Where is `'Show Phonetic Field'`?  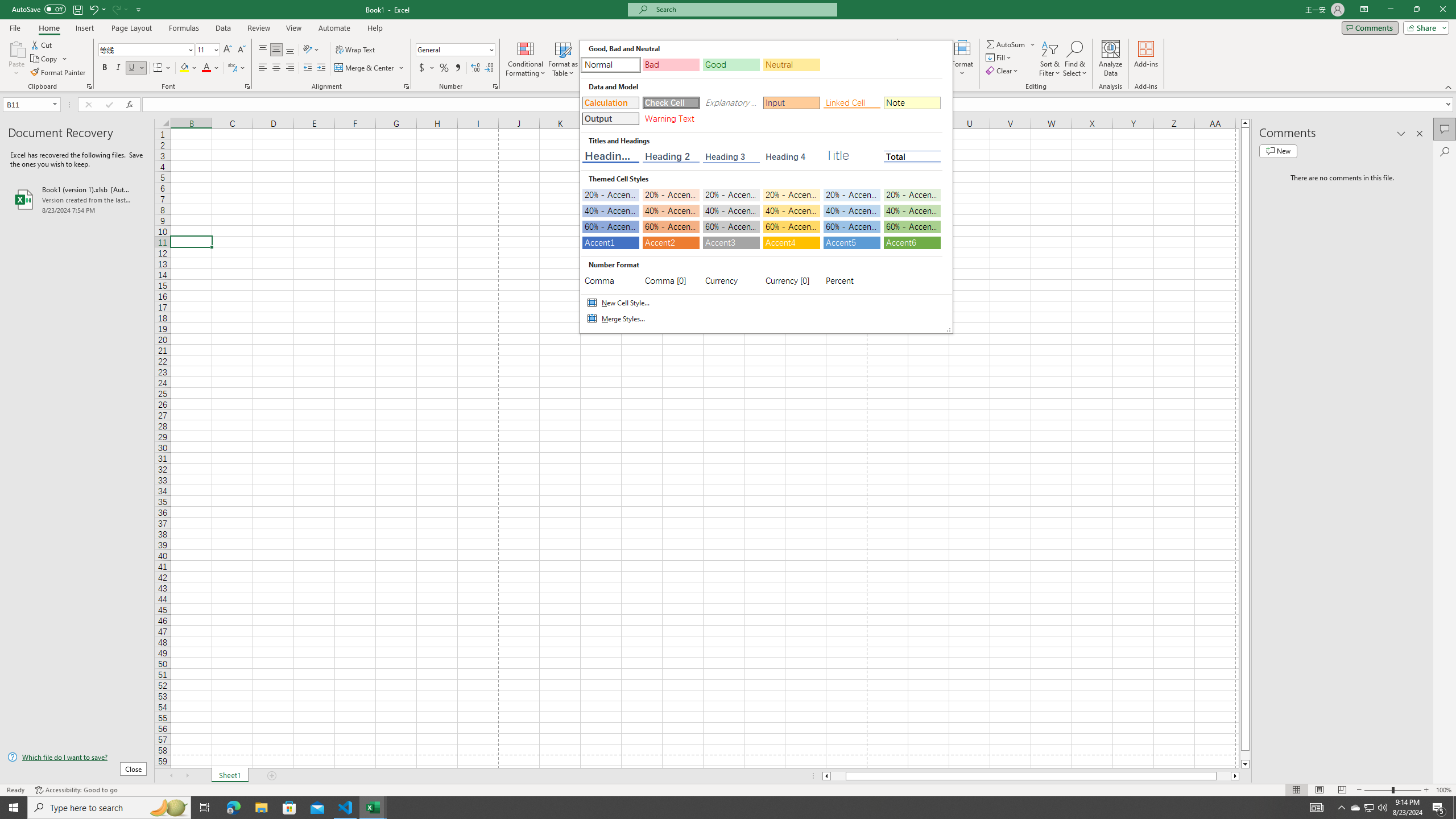 'Show Phonetic Field' is located at coordinates (236, 67).